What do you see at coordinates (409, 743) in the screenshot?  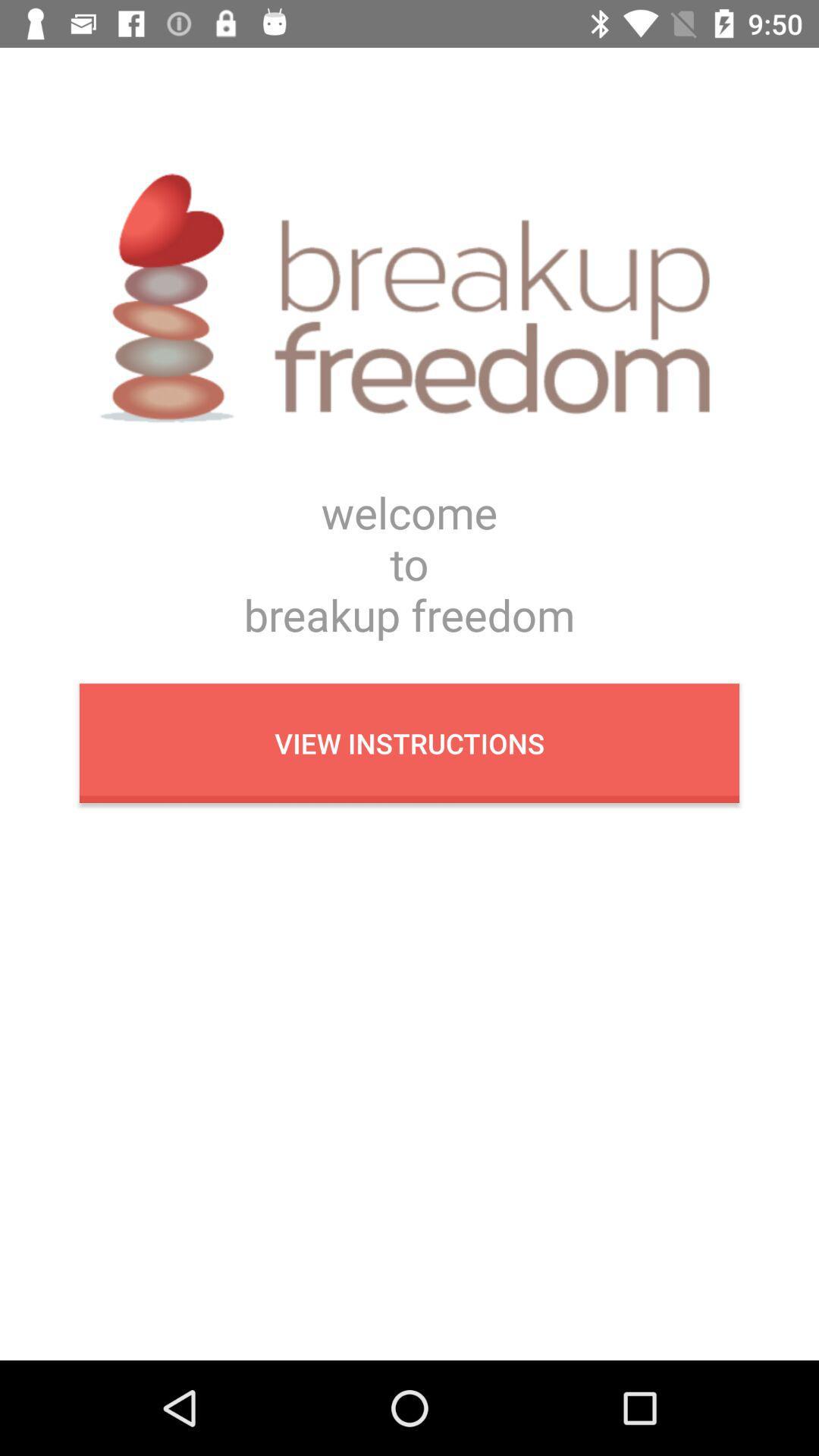 I see `icon below the welcome to breakup` at bounding box center [409, 743].